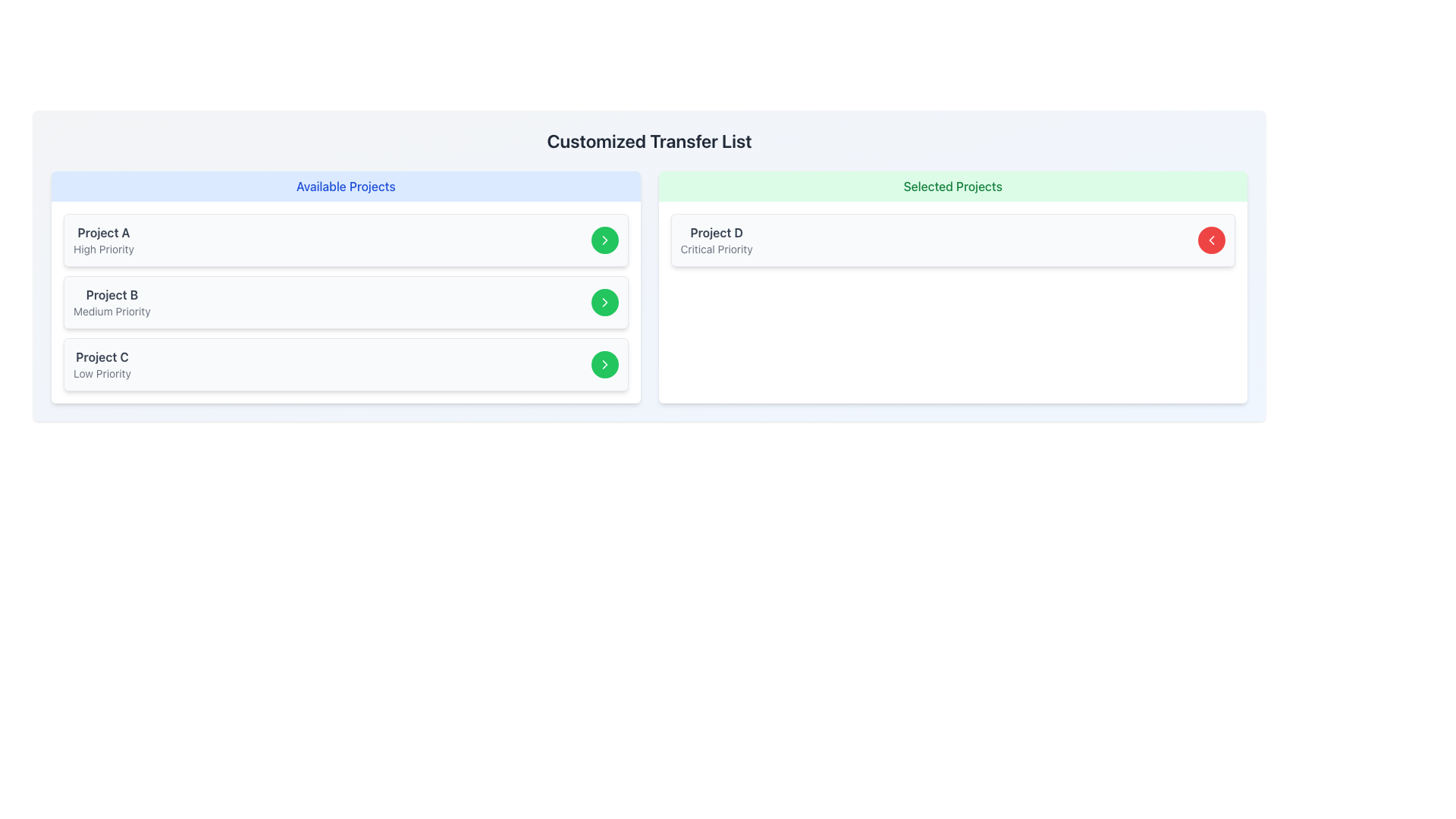 The image size is (1456, 819). Describe the element at coordinates (604, 239) in the screenshot. I see `the right-facing chevron icon embedded in the green circular button for 'Project B' in the 'Available Projects' column` at that location.